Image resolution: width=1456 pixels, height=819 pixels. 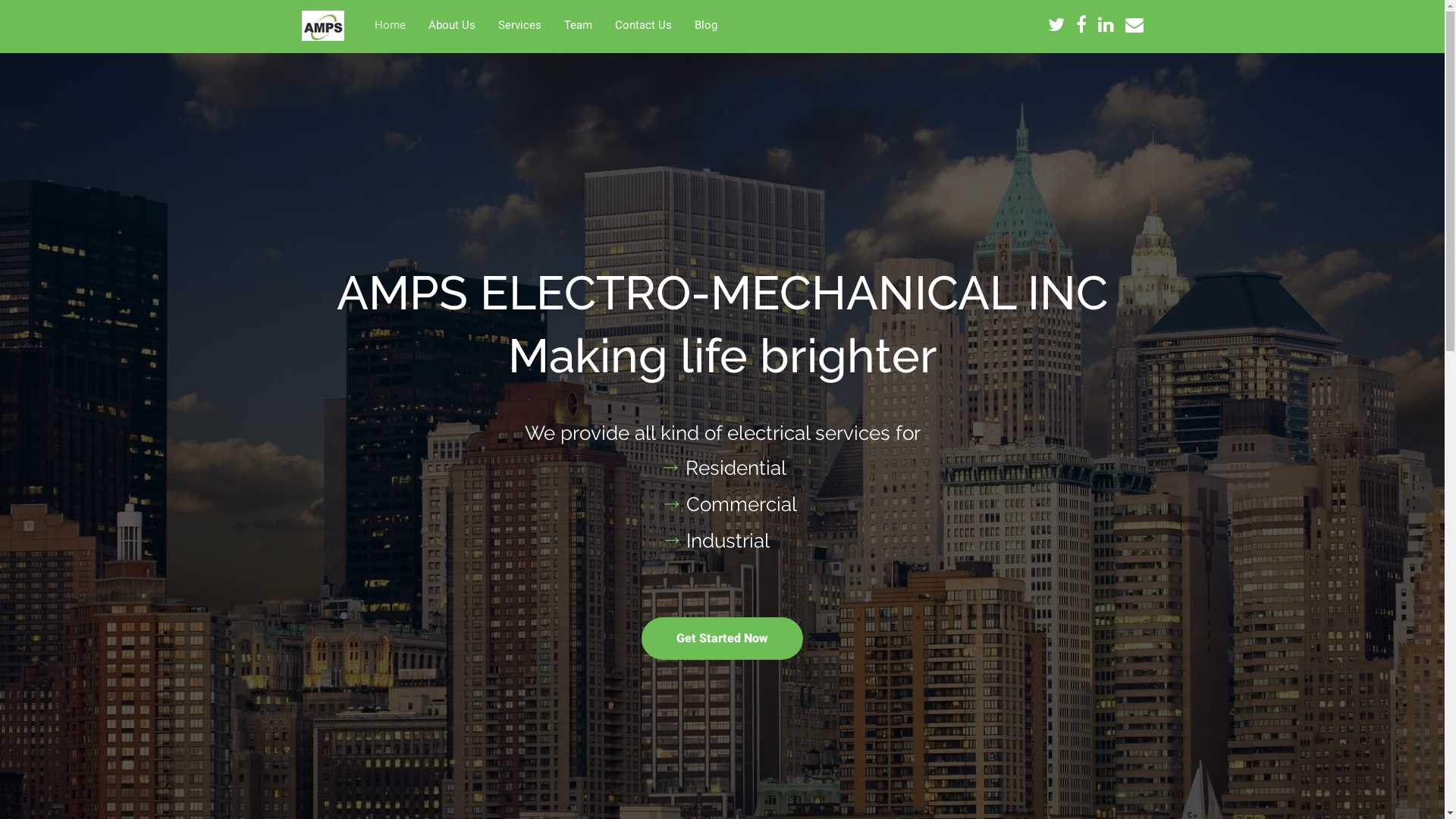 What do you see at coordinates (322, 26) in the screenshot?
I see `'AMPS ELECTRO-MECHANICAL INC'` at bounding box center [322, 26].